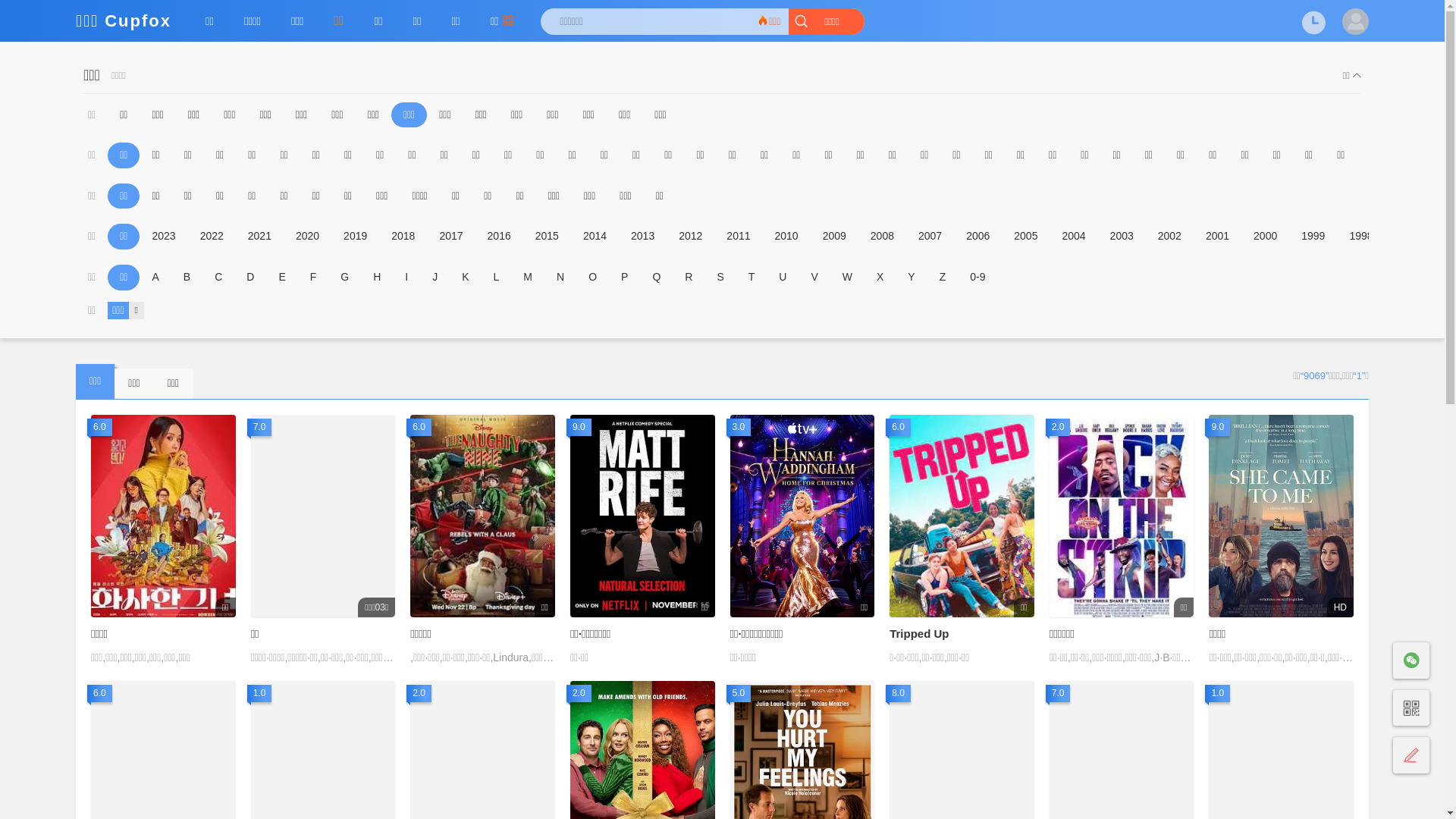 Image resolution: width=1456 pixels, height=819 pixels. I want to click on '2012', so click(666, 237).